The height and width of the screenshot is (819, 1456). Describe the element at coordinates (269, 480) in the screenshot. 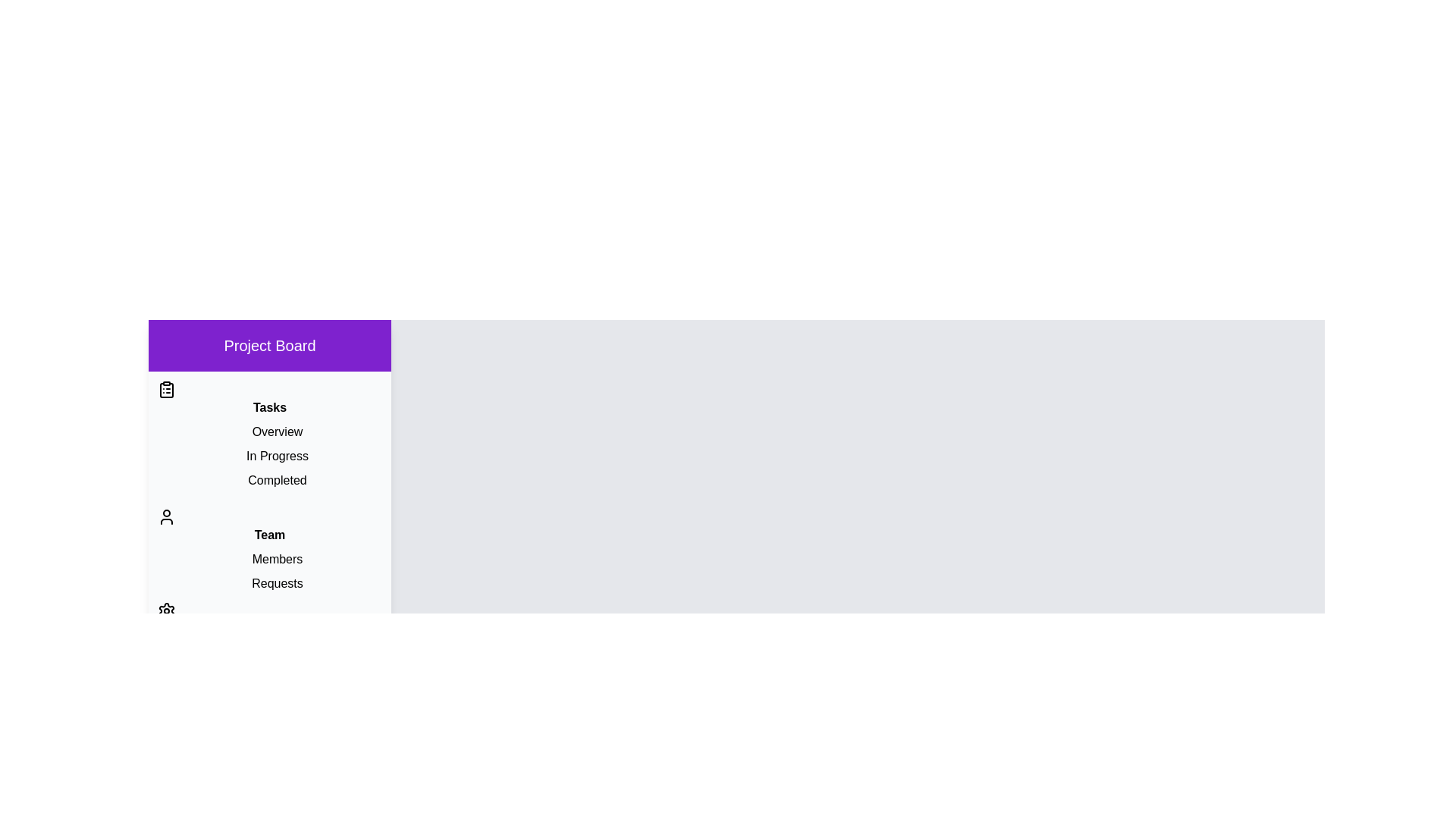

I see `the item Completed to observe its hover effect` at that location.